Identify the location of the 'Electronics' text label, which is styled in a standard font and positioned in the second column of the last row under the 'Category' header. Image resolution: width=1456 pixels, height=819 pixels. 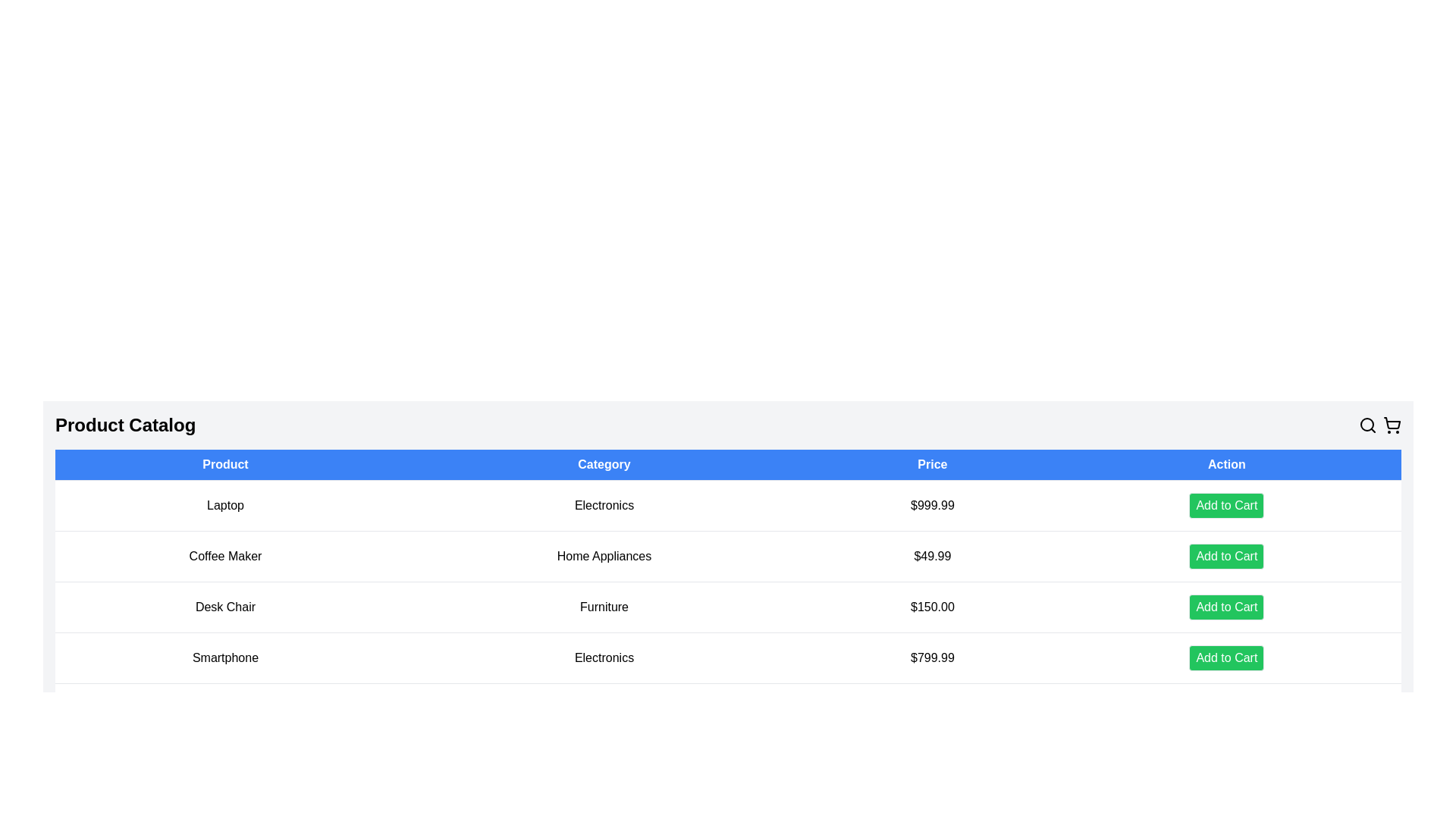
(603, 657).